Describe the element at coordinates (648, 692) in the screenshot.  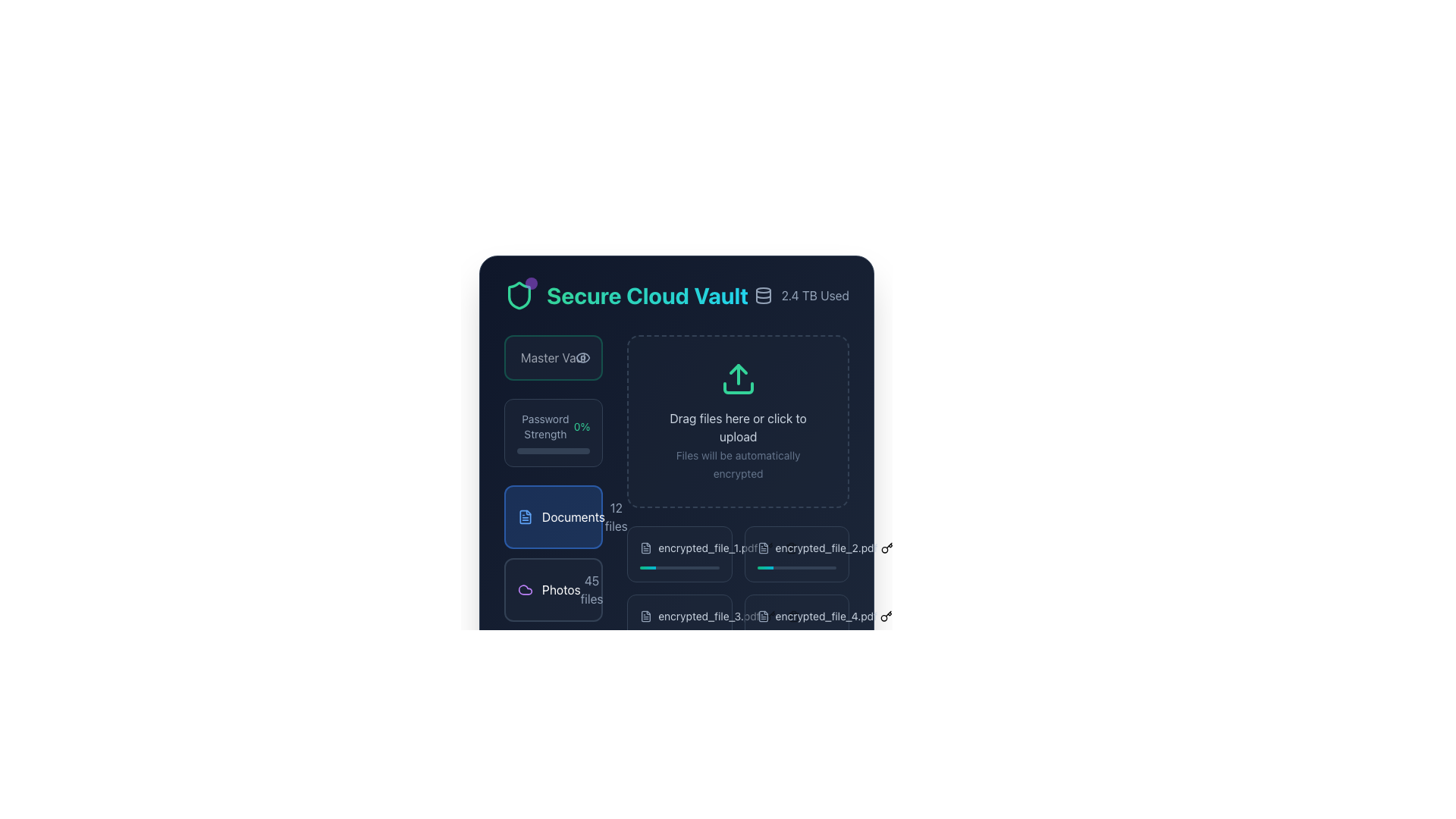
I see `the warning icon that serves as a visual indicator for alert messages, located on the left side of the warning message text` at that location.